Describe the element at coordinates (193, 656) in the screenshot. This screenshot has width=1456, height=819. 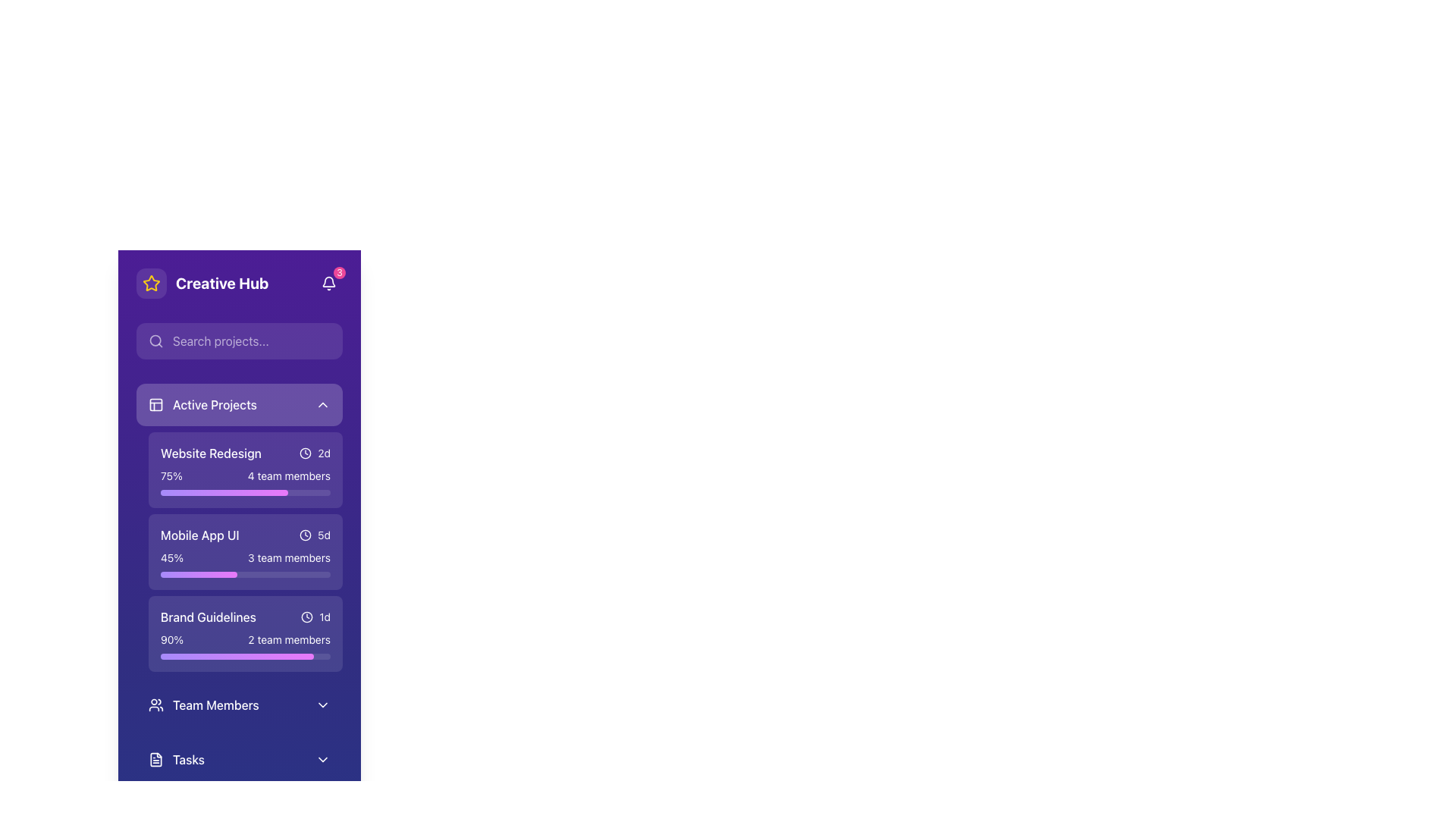
I see `the progress bar` at that location.